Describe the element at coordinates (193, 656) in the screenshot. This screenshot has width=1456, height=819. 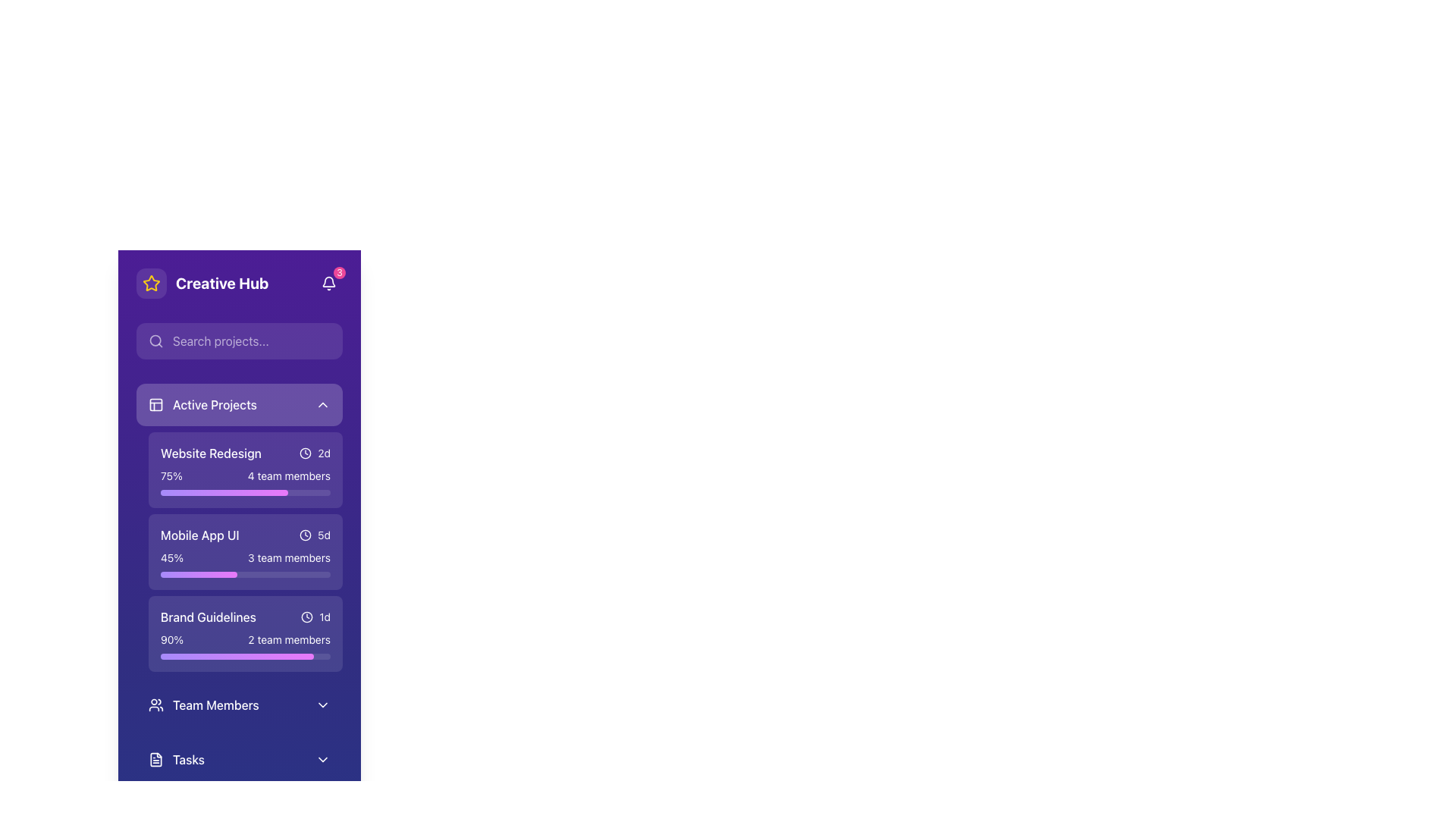
I see `the progress bar` at that location.